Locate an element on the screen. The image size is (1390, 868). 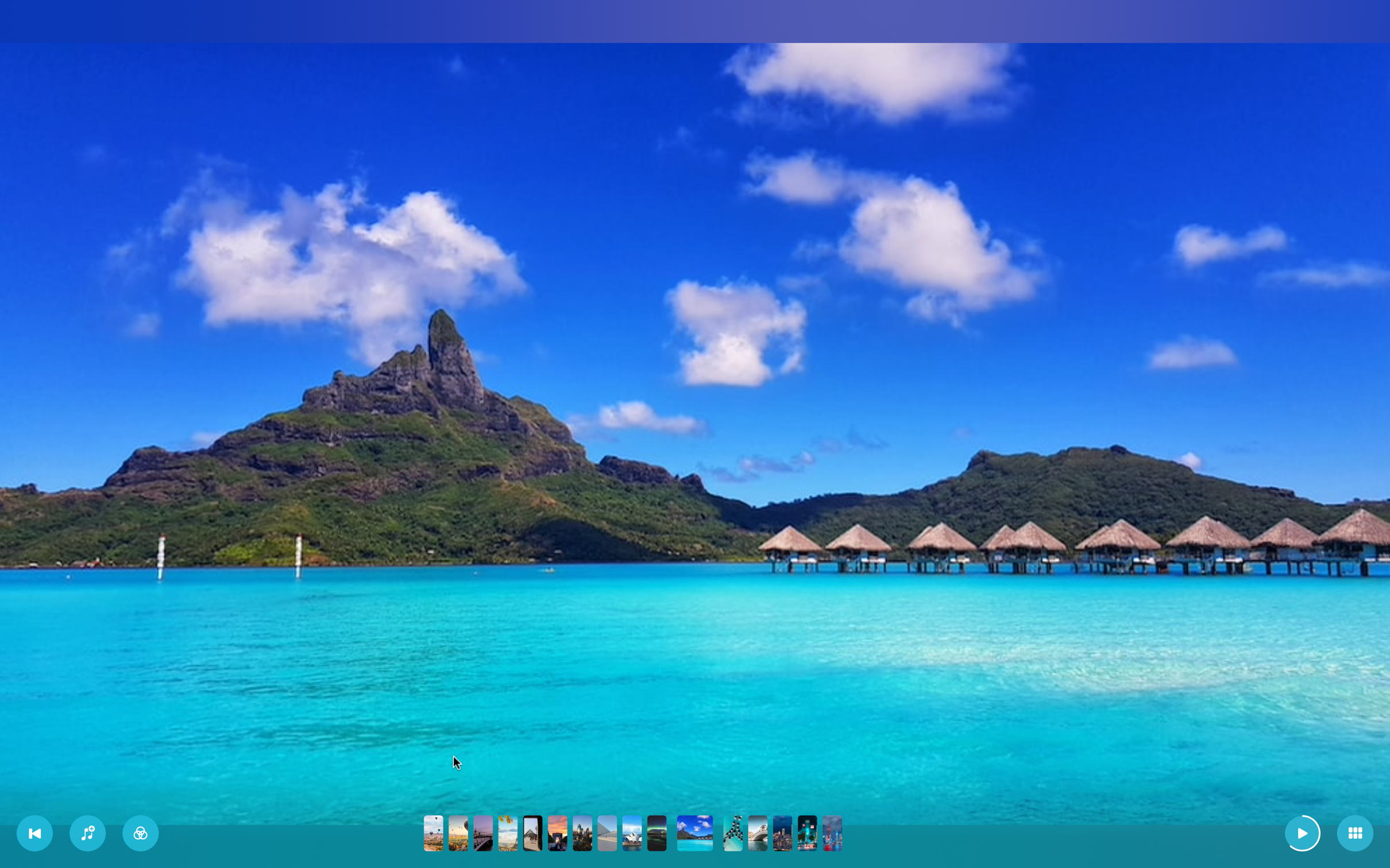
Jump to the initial part of the slideshow and pause it is located at coordinates (35, 834).